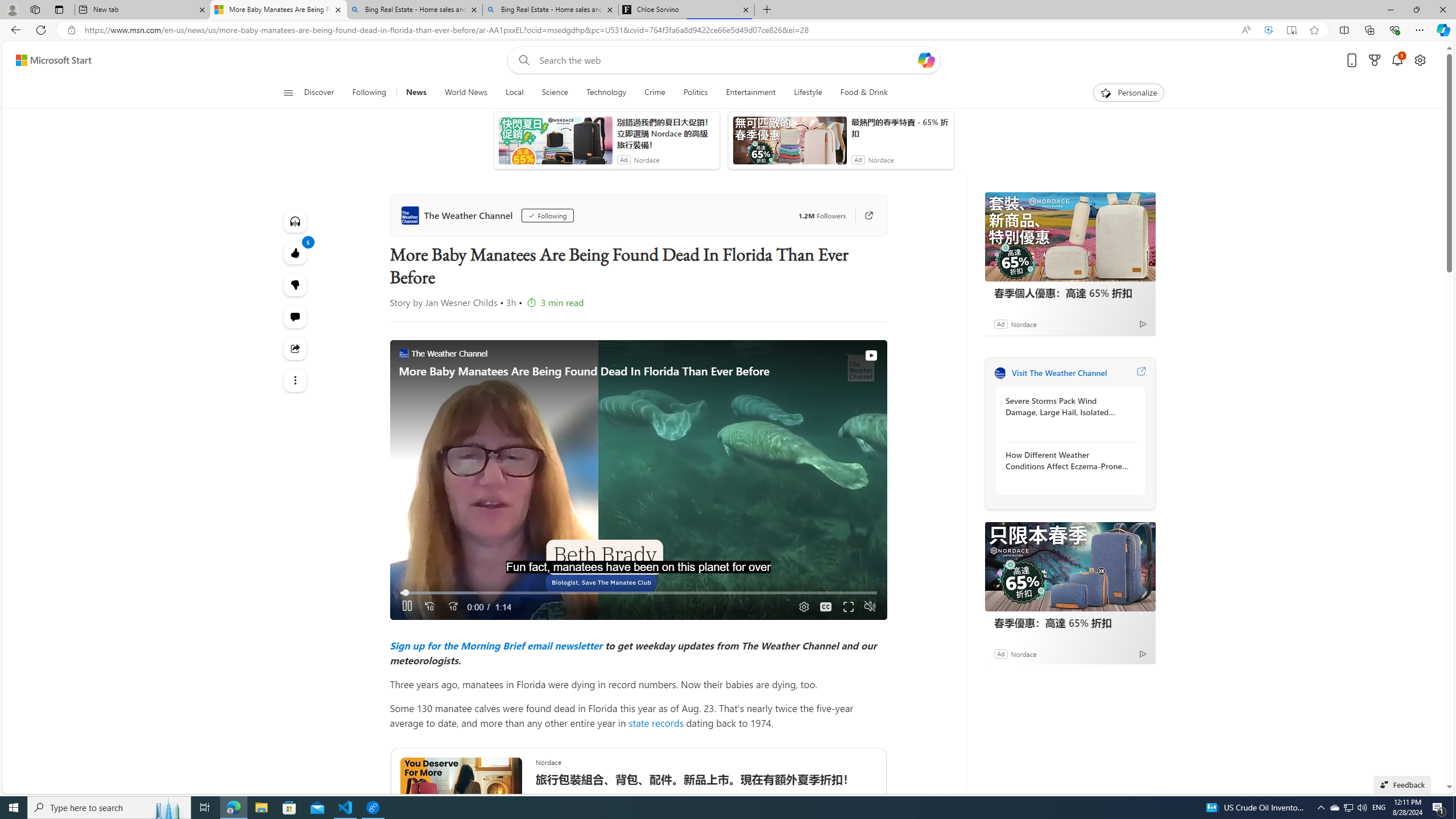  I want to click on 'Captions', so click(825, 606).